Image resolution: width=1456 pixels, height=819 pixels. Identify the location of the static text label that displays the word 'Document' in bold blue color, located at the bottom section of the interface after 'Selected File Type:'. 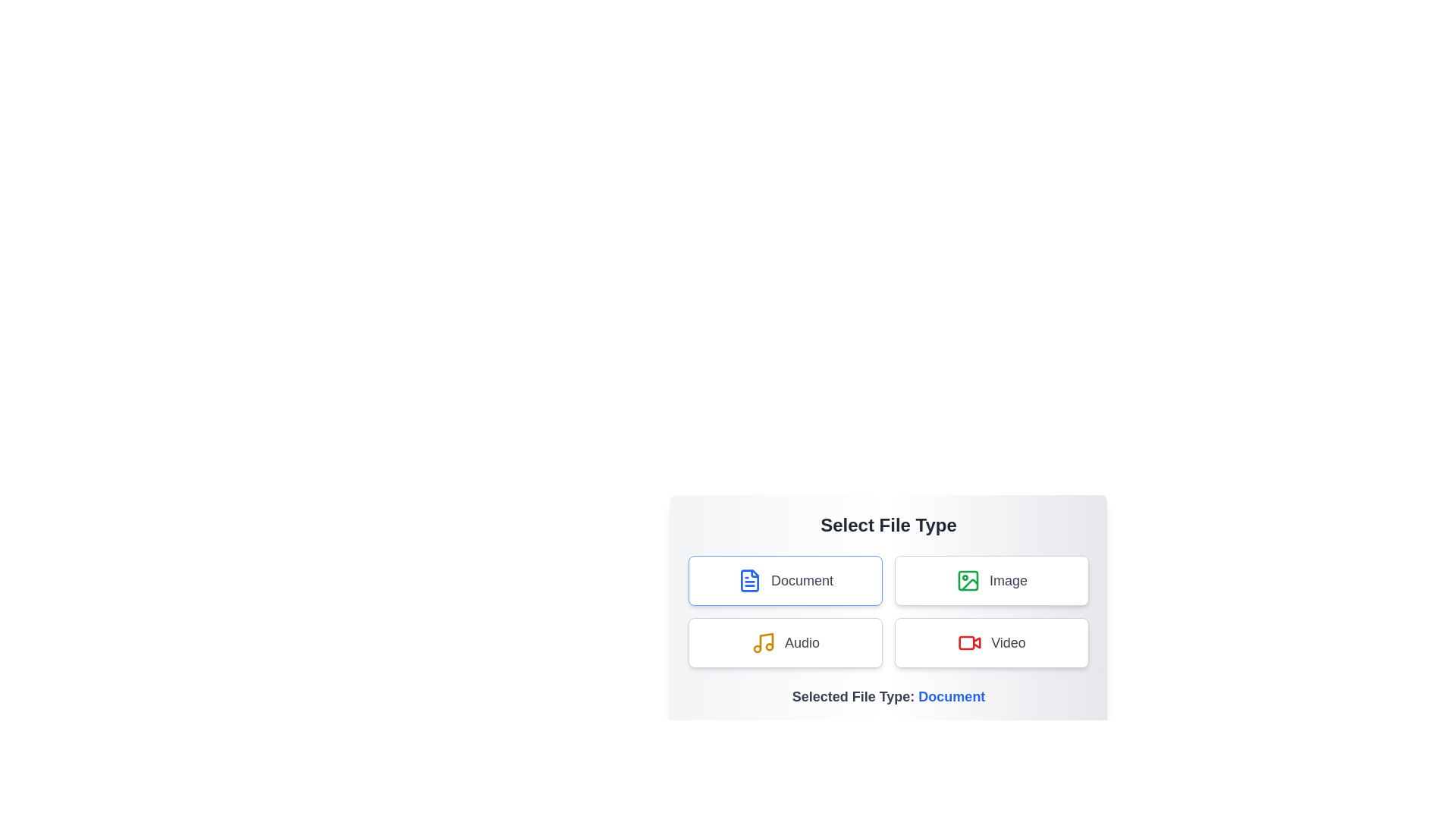
(951, 696).